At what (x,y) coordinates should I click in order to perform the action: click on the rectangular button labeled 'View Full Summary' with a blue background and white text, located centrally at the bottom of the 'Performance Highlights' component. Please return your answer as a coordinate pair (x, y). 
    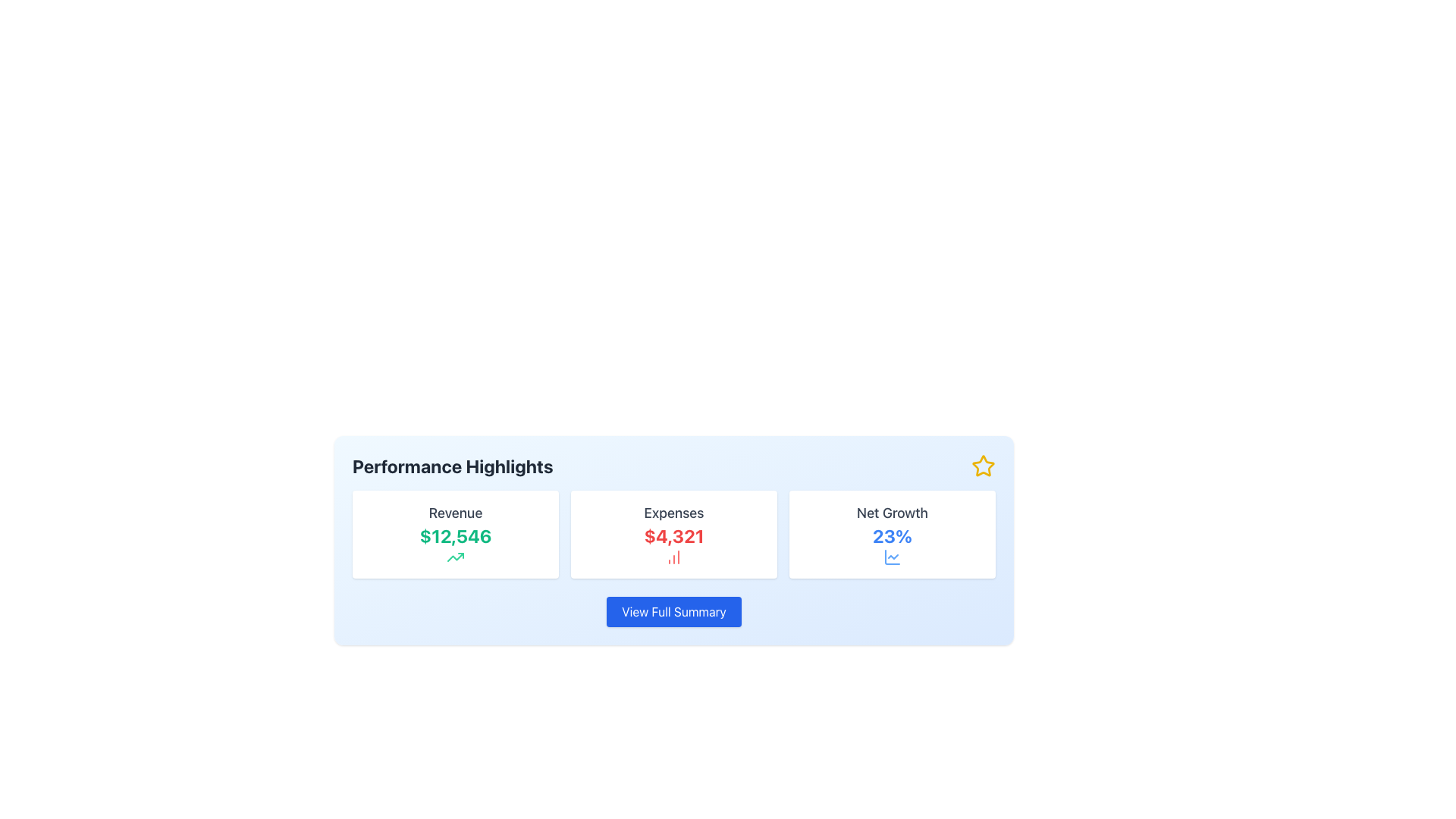
    Looking at the image, I should click on (673, 610).